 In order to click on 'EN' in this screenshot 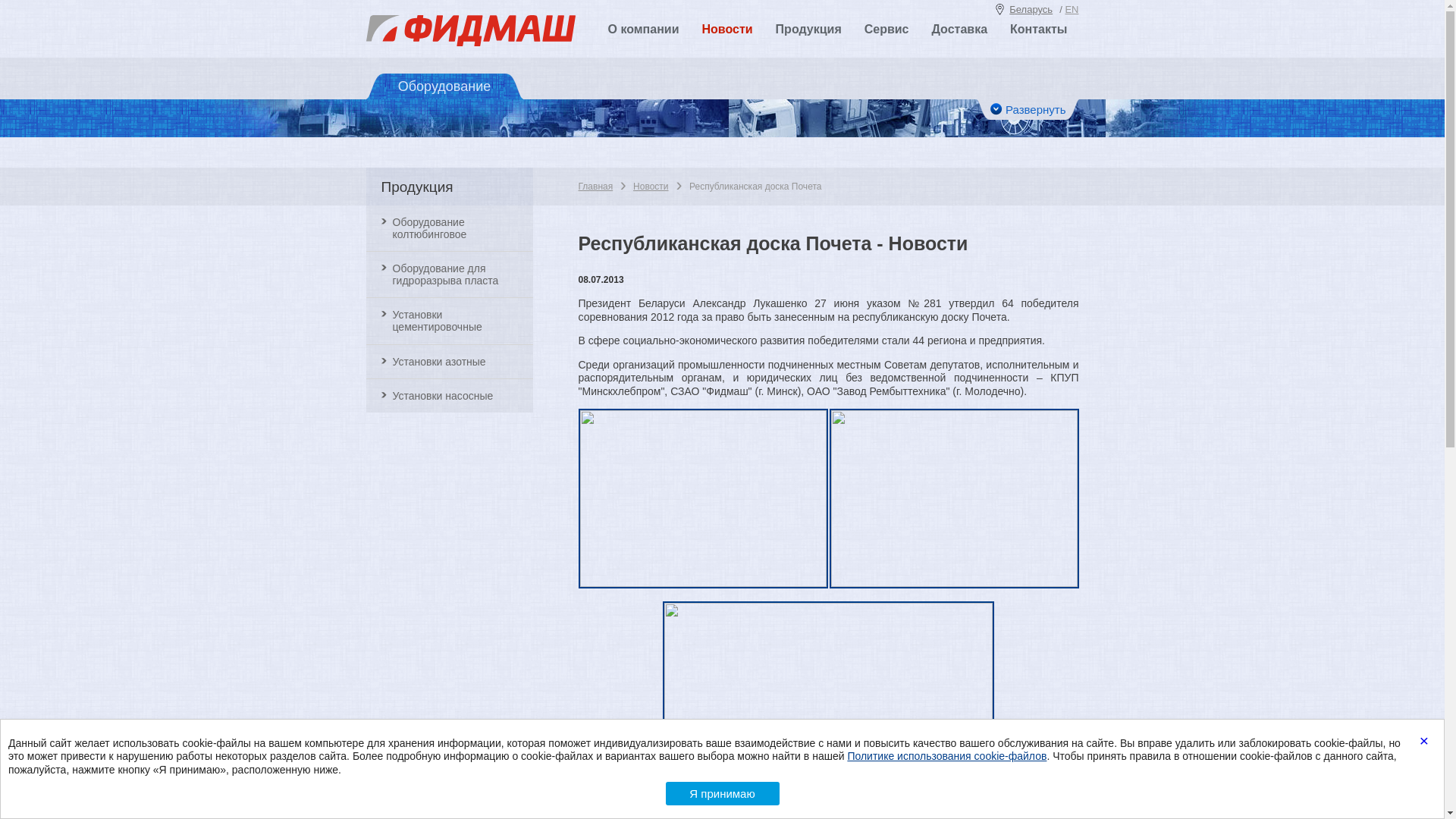, I will do `click(1070, 9)`.